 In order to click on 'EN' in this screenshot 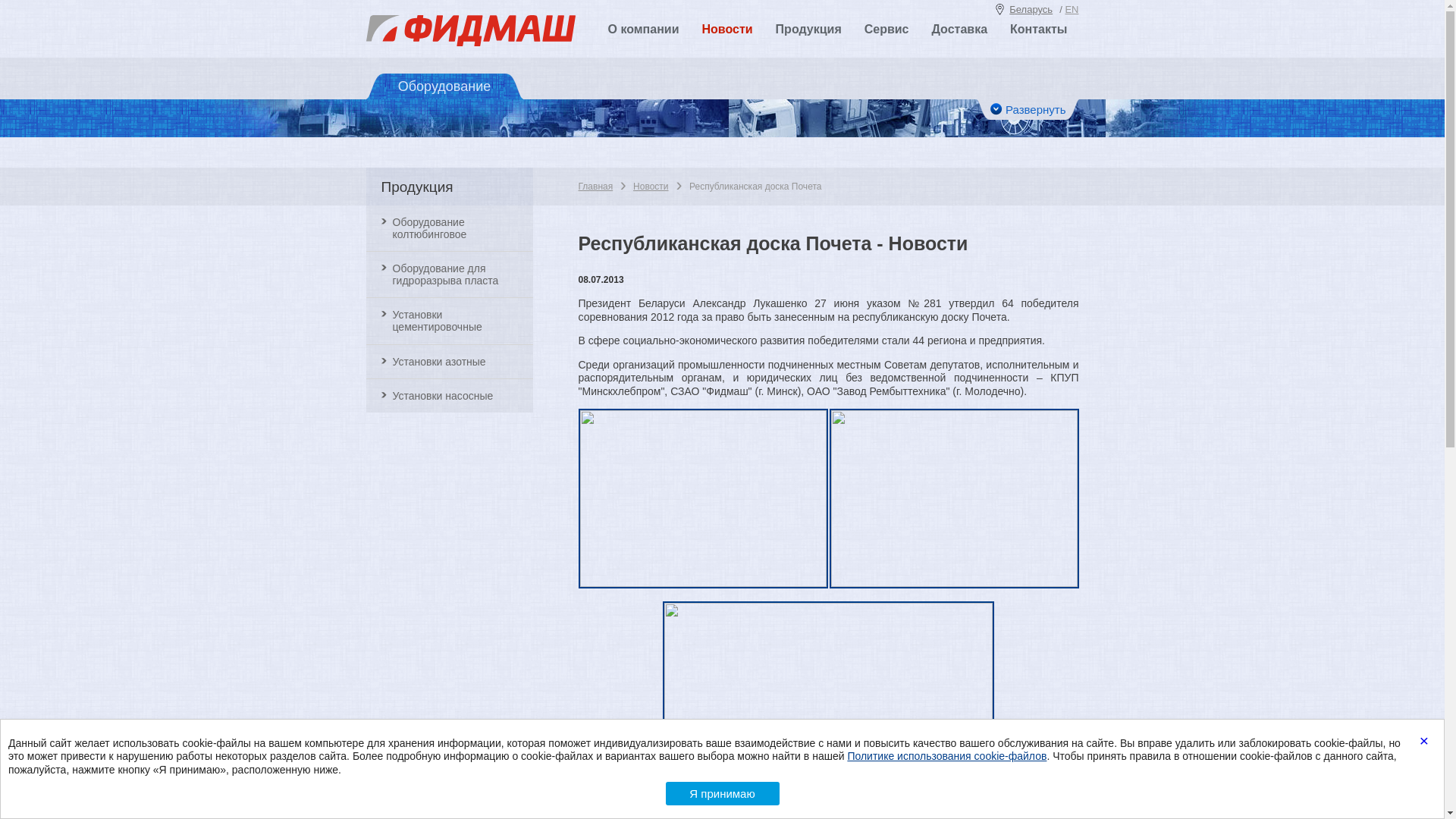, I will do `click(1070, 9)`.